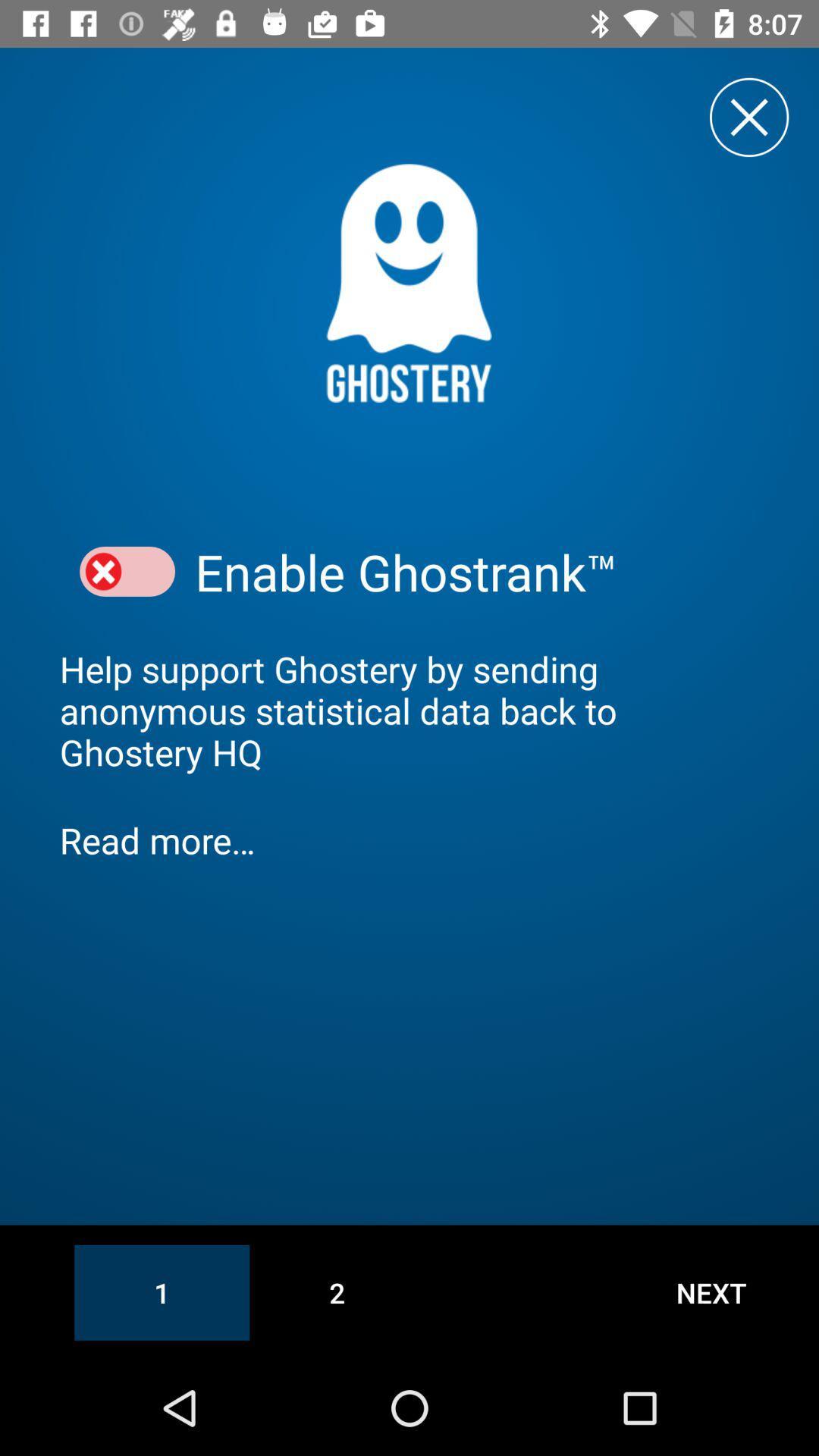 The height and width of the screenshot is (1456, 819). What do you see at coordinates (711, 1291) in the screenshot?
I see `icon next to the 2 icon` at bounding box center [711, 1291].